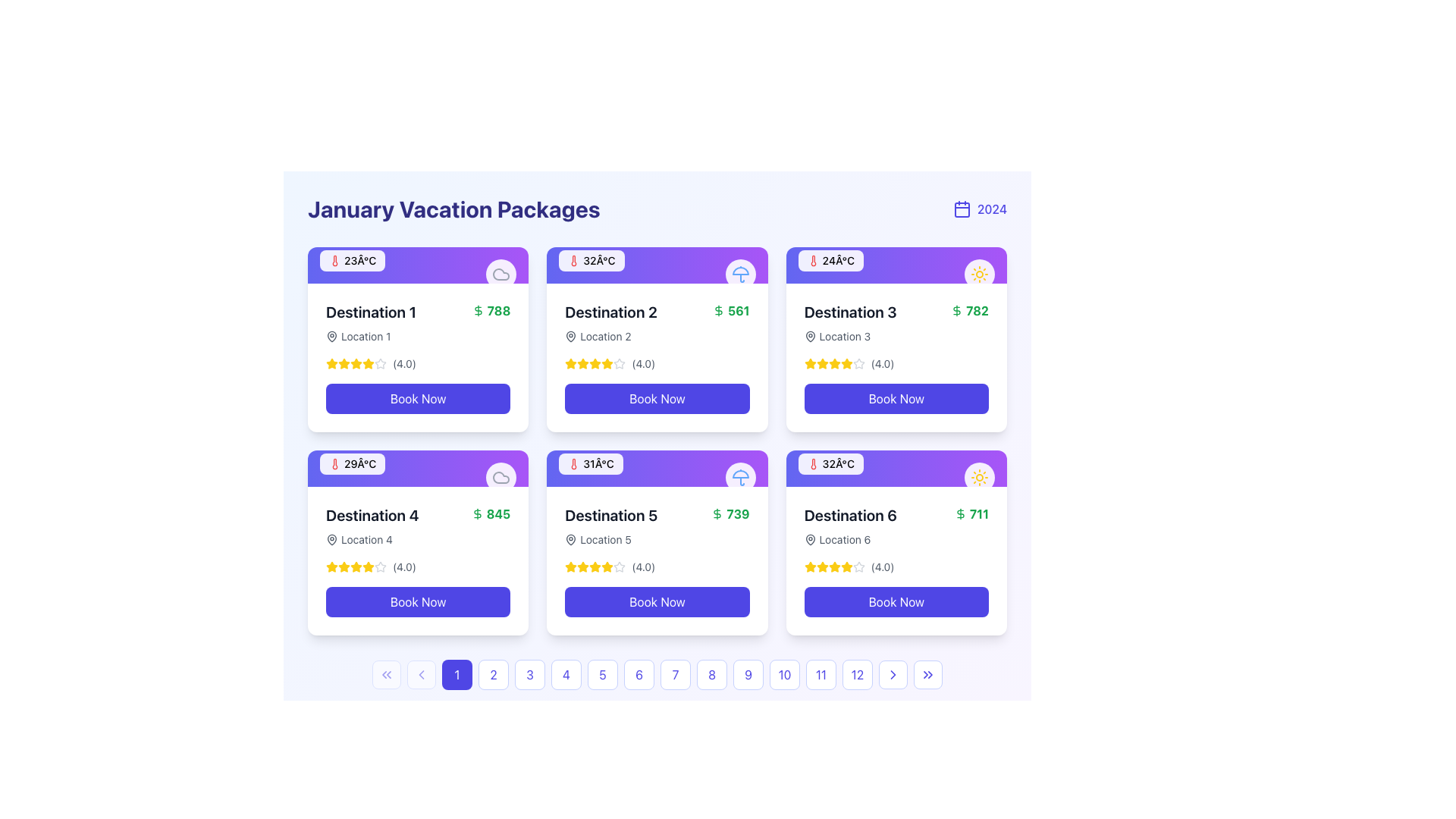 This screenshot has width=1456, height=819. Describe the element at coordinates (381, 567) in the screenshot. I see `the fifth star icon` at that location.